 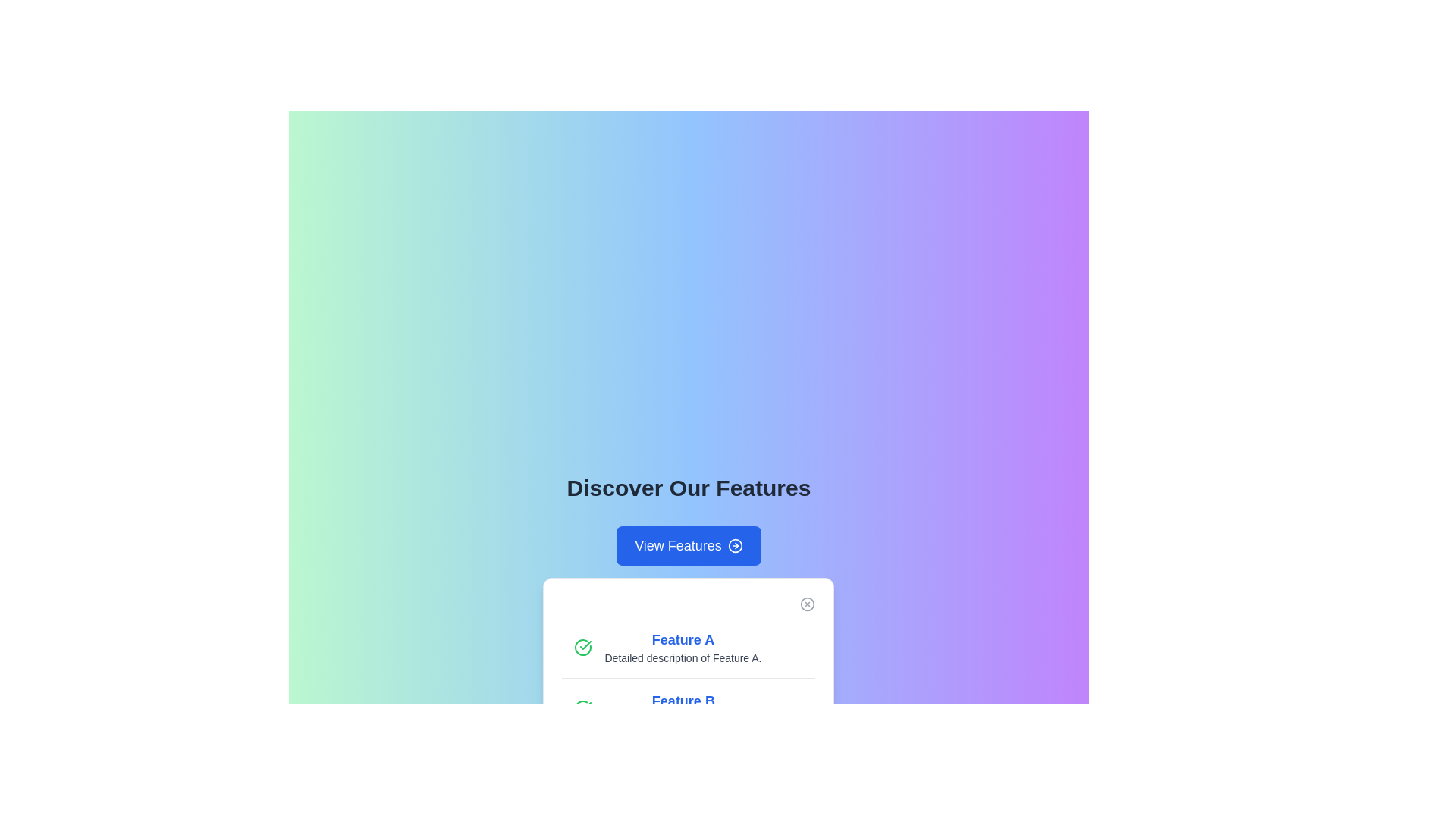 I want to click on the label with the text 'Feature B', so click(x=682, y=708).